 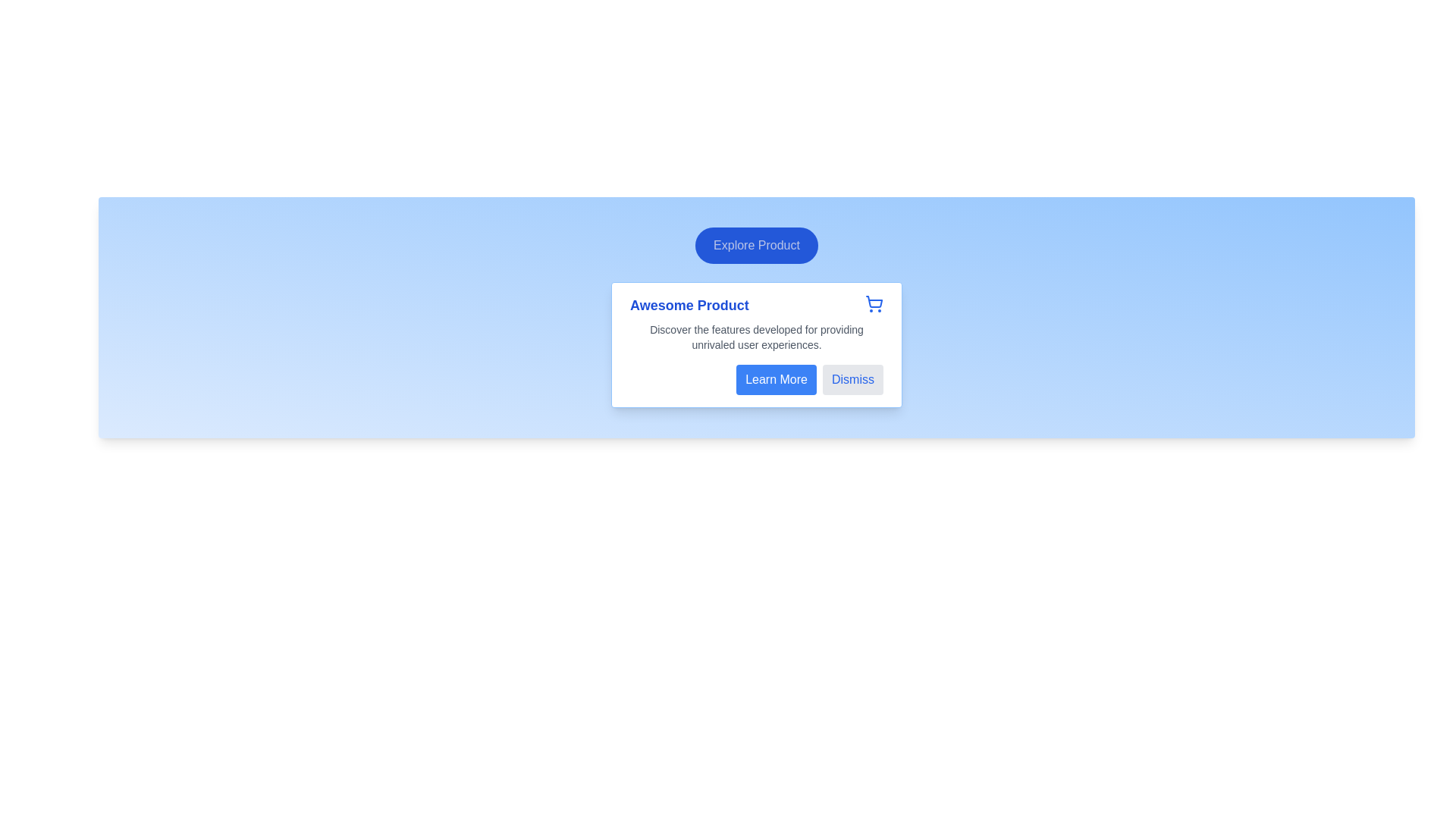 I want to click on the 'Learn More' or 'Dismiss' button in the horizontal button group located at the bottom-right of the card box, so click(x=757, y=379).